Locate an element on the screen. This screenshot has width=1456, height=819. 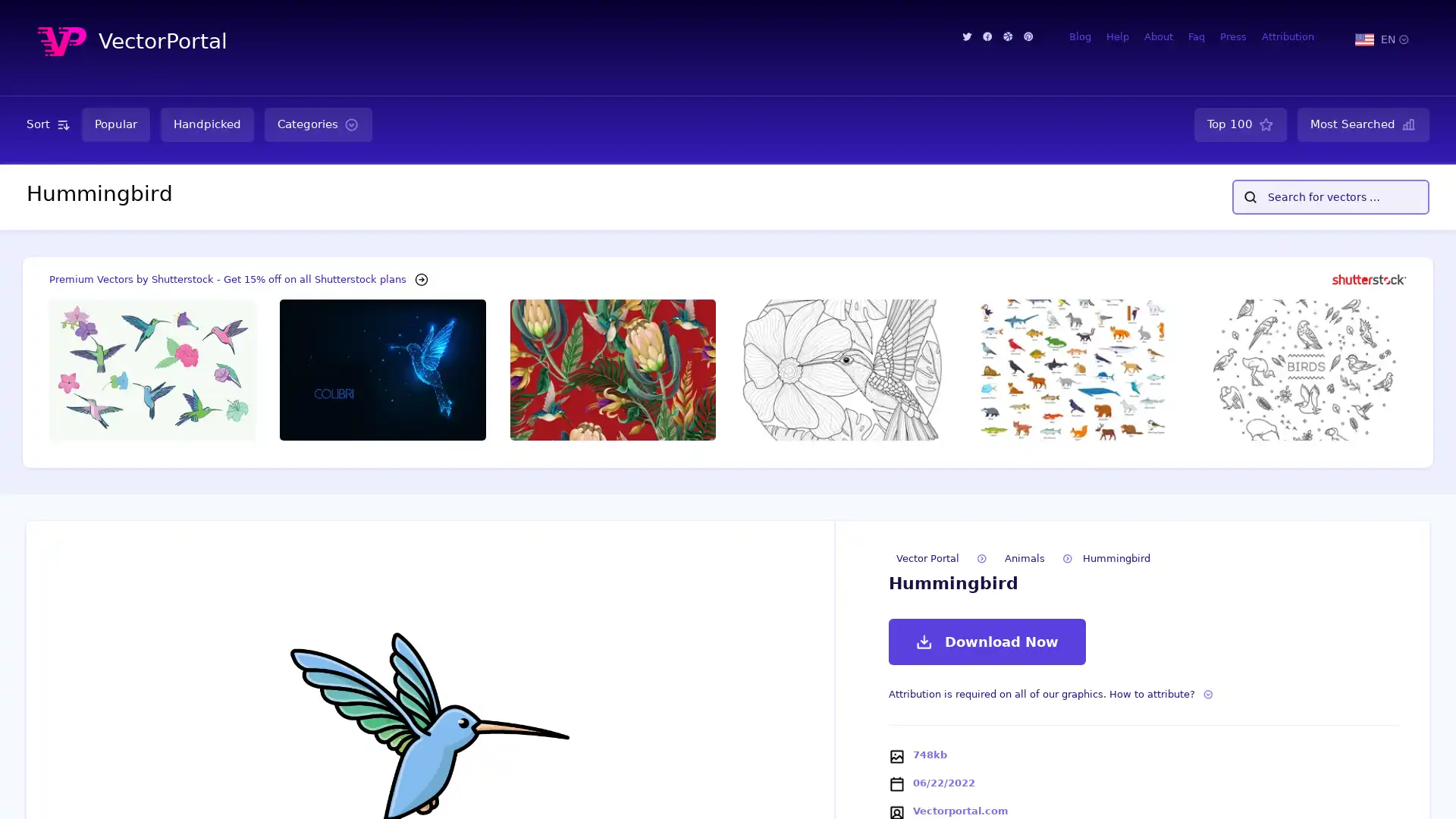
Categories is located at coordinates (318, 124).